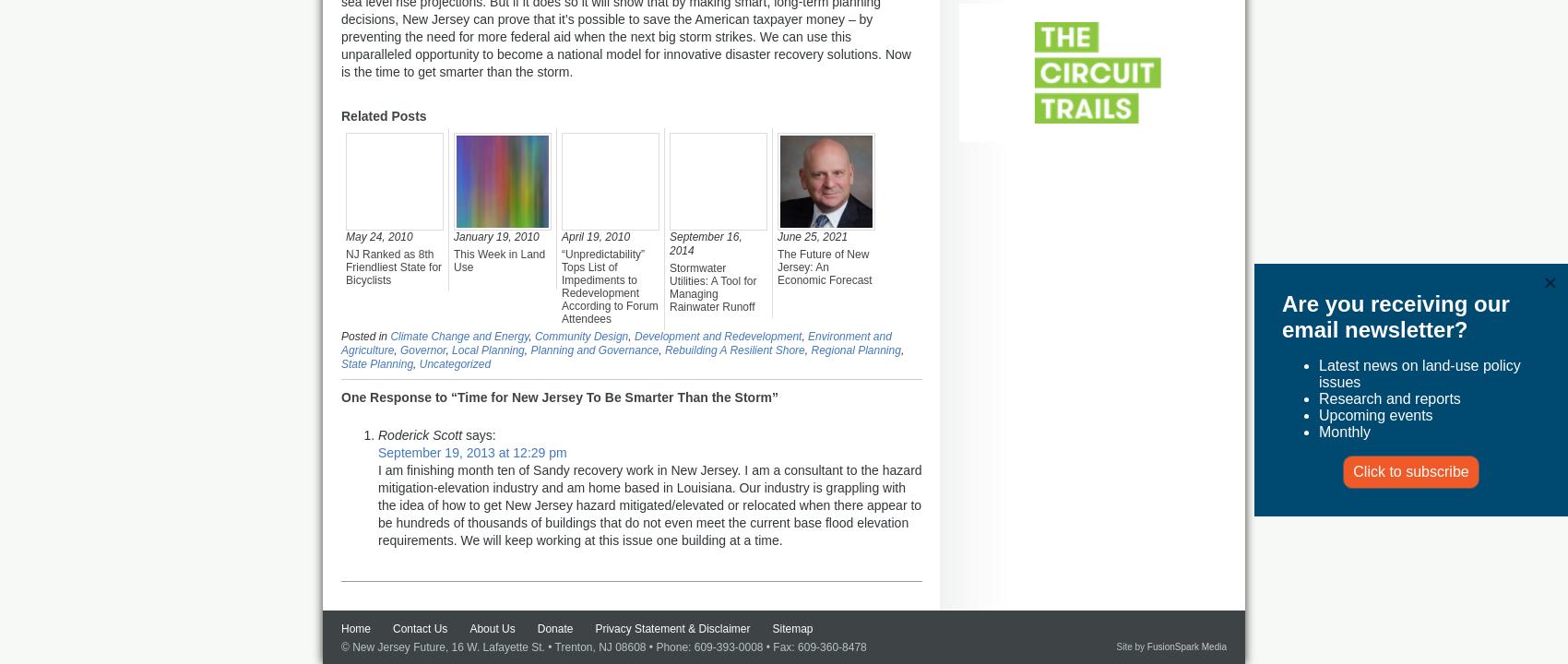 The image size is (1568, 664). Describe the element at coordinates (825, 267) in the screenshot. I see `'The Future of New Jersey: An Economic Forecast'` at that location.